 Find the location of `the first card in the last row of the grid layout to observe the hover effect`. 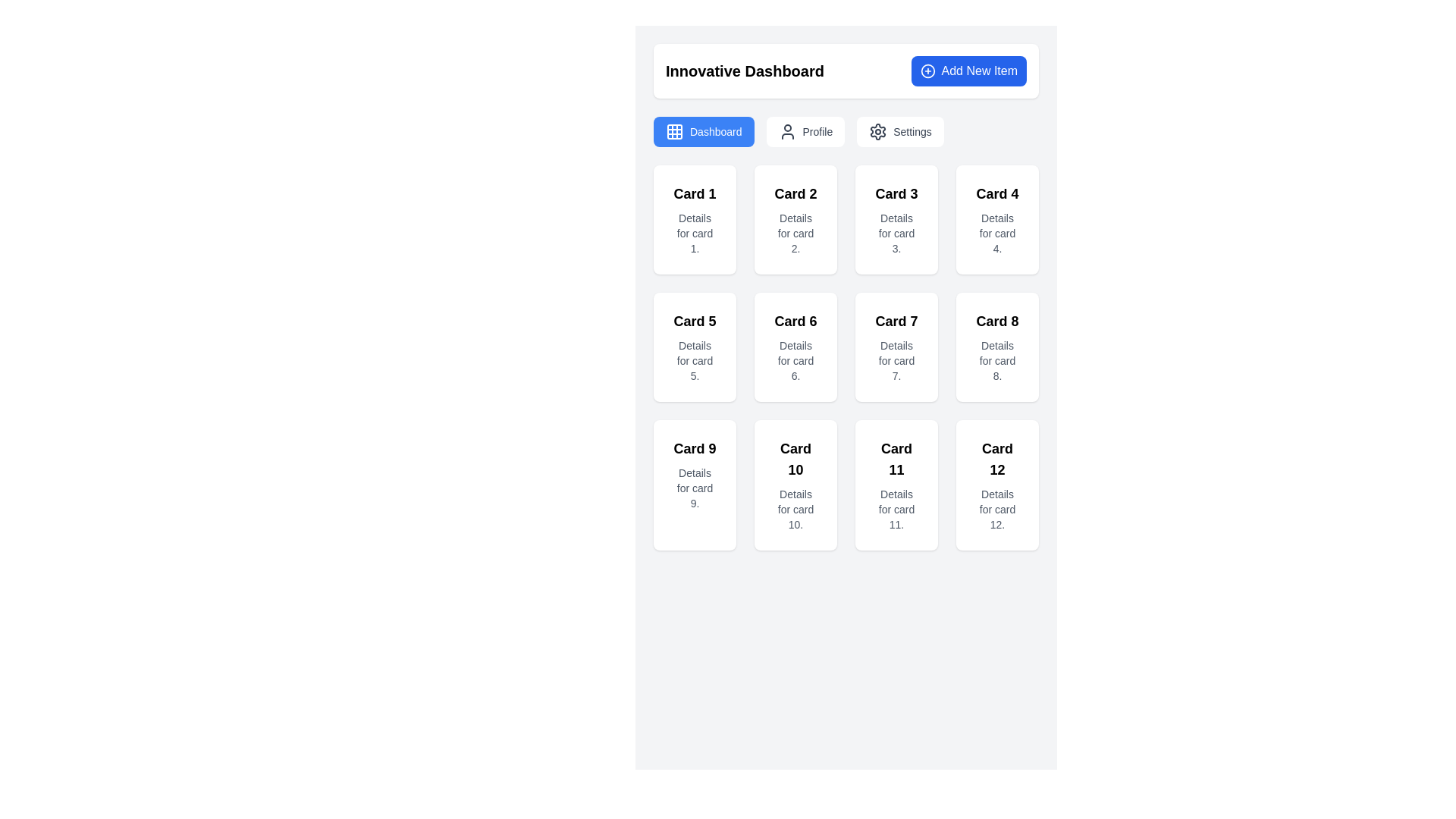

the first card in the last row of the grid layout to observe the hover effect is located at coordinates (694, 485).